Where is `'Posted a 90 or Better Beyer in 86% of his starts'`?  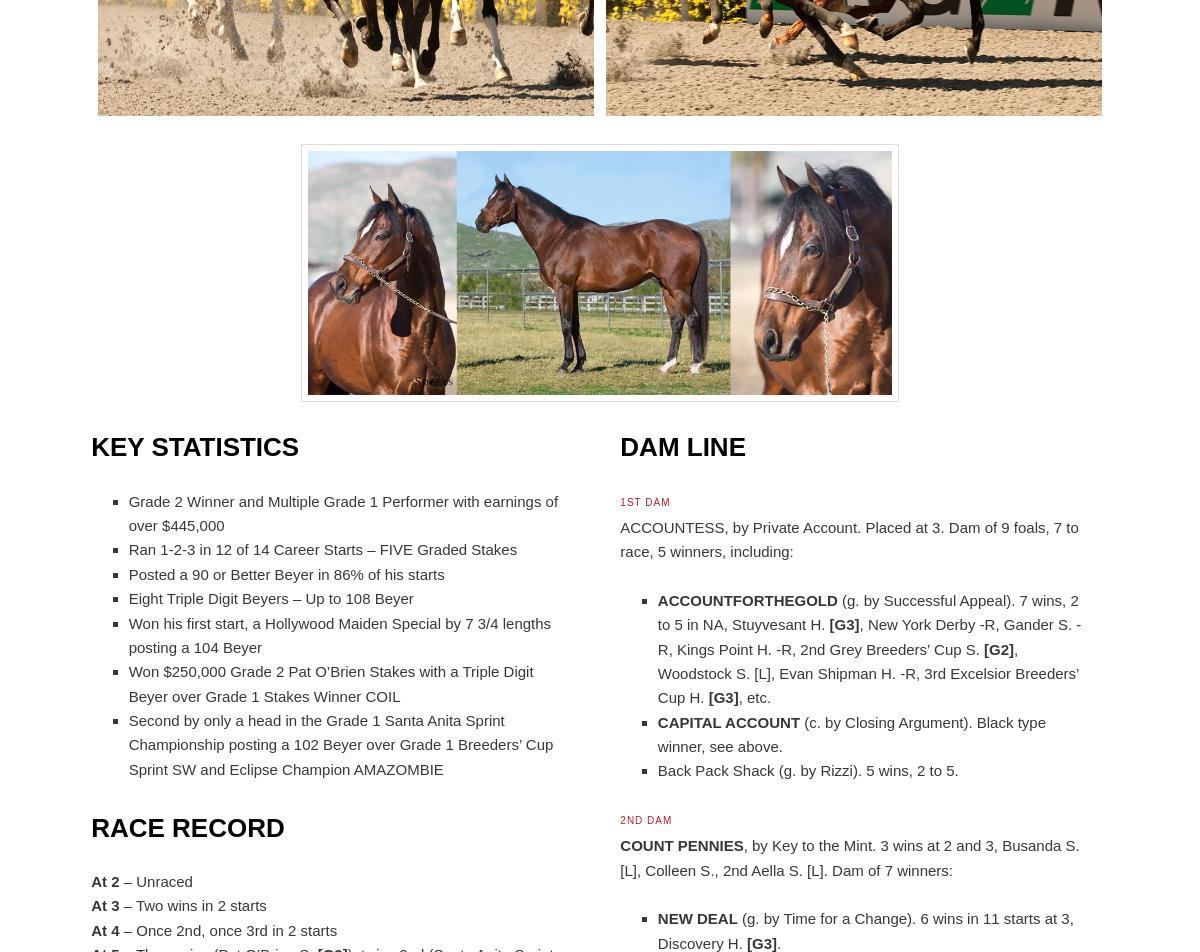 'Posted a 90 or Better Beyer in 86% of his starts' is located at coordinates (284, 573).